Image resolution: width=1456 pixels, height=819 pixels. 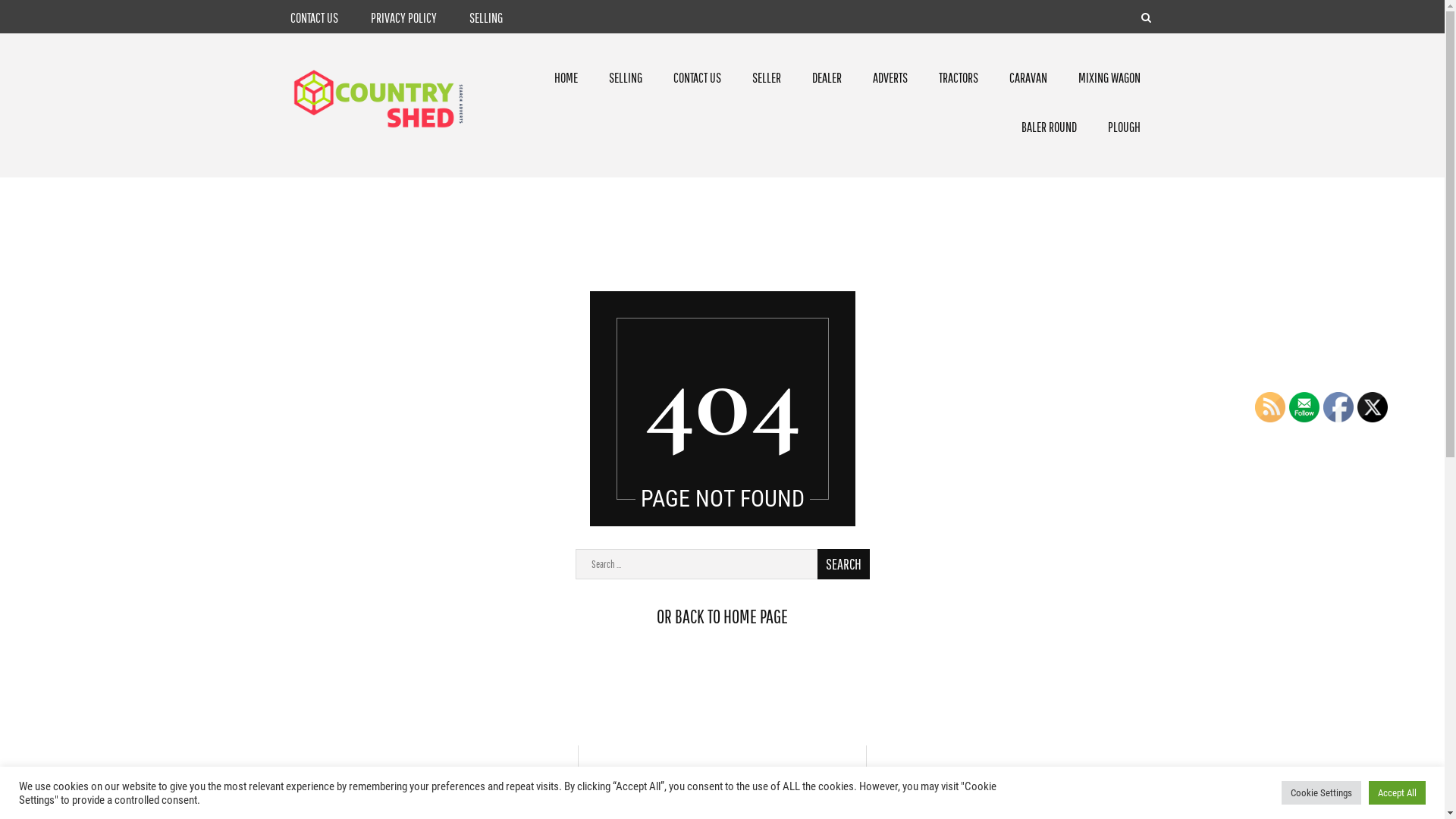 What do you see at coordinates (1372, 406) in the screenshot?
I see `'Twitter'` at bounding box center [1372, 406].